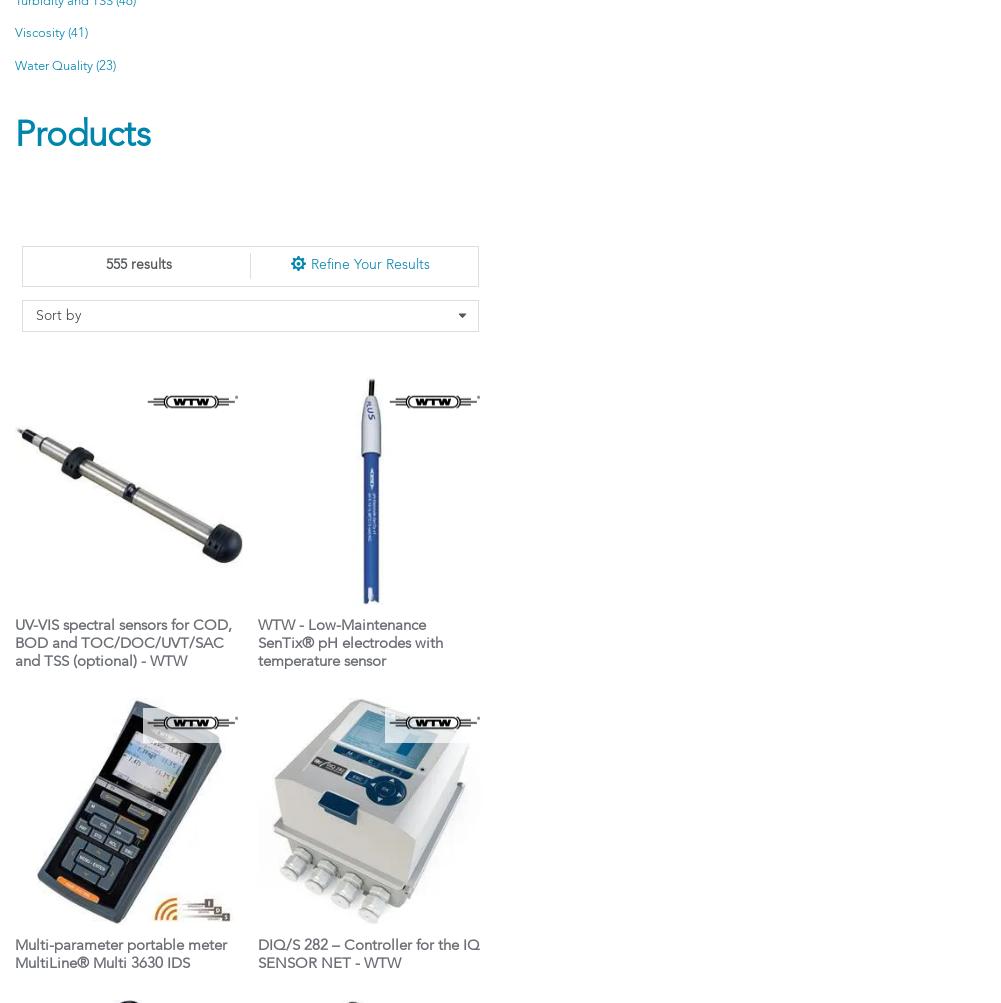 The height and width of the screenshot is (1003, 1001). Describe the element at coordinates (120, 954) in the screenshot. I see `'Multi-parameter portable meter MultiLine® Multi 3630 IDS'` at that location.